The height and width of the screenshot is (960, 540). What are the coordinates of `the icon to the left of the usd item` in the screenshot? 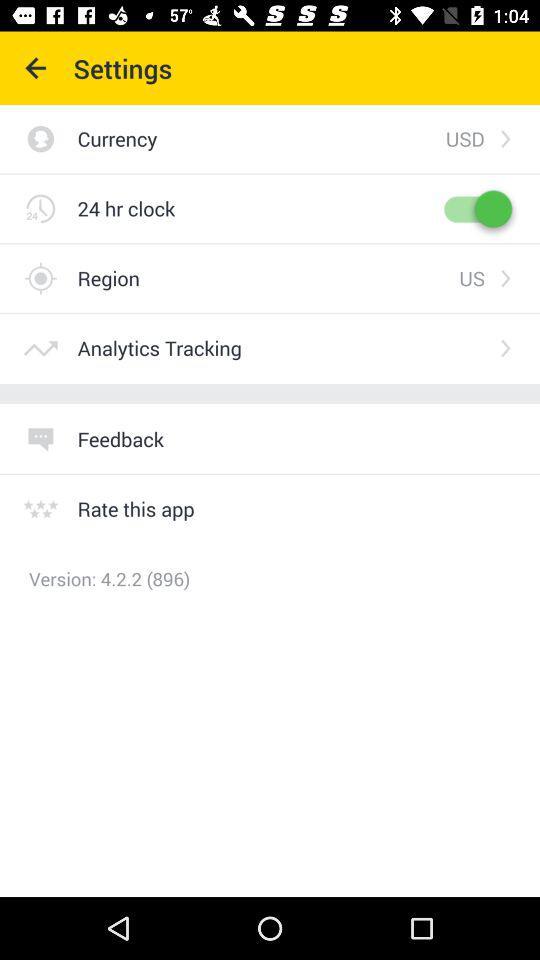 It's located at (261, 137).